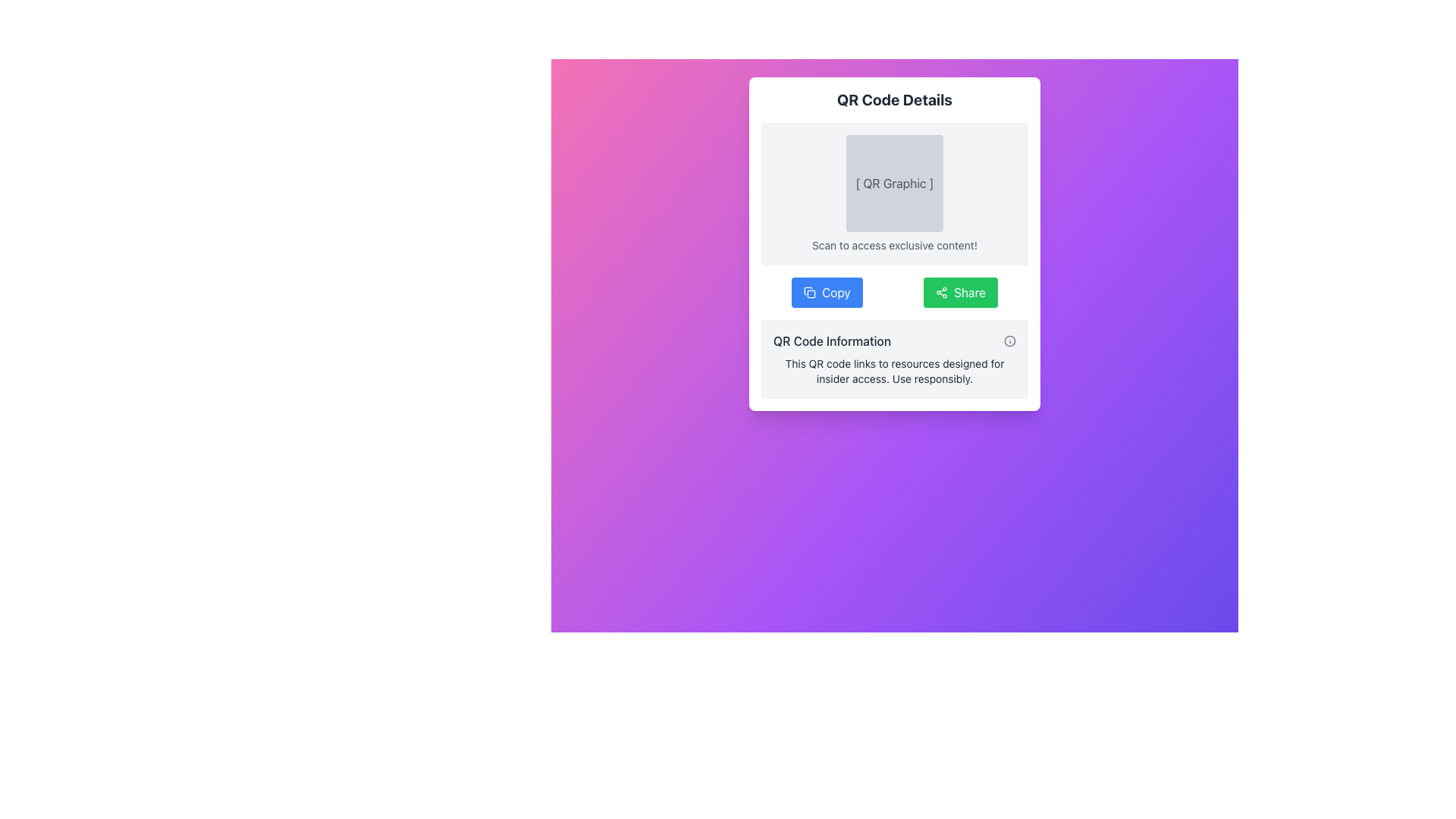 The width and height of the screenshot is (1456, 819). What do you see at coordinates (1009, 341) in the screenshot?
I see `the circular gray icon with an 'i' symbol located in the bottom-right corner of the 'QR Code Information' section` at bounding box center [1009, 341].